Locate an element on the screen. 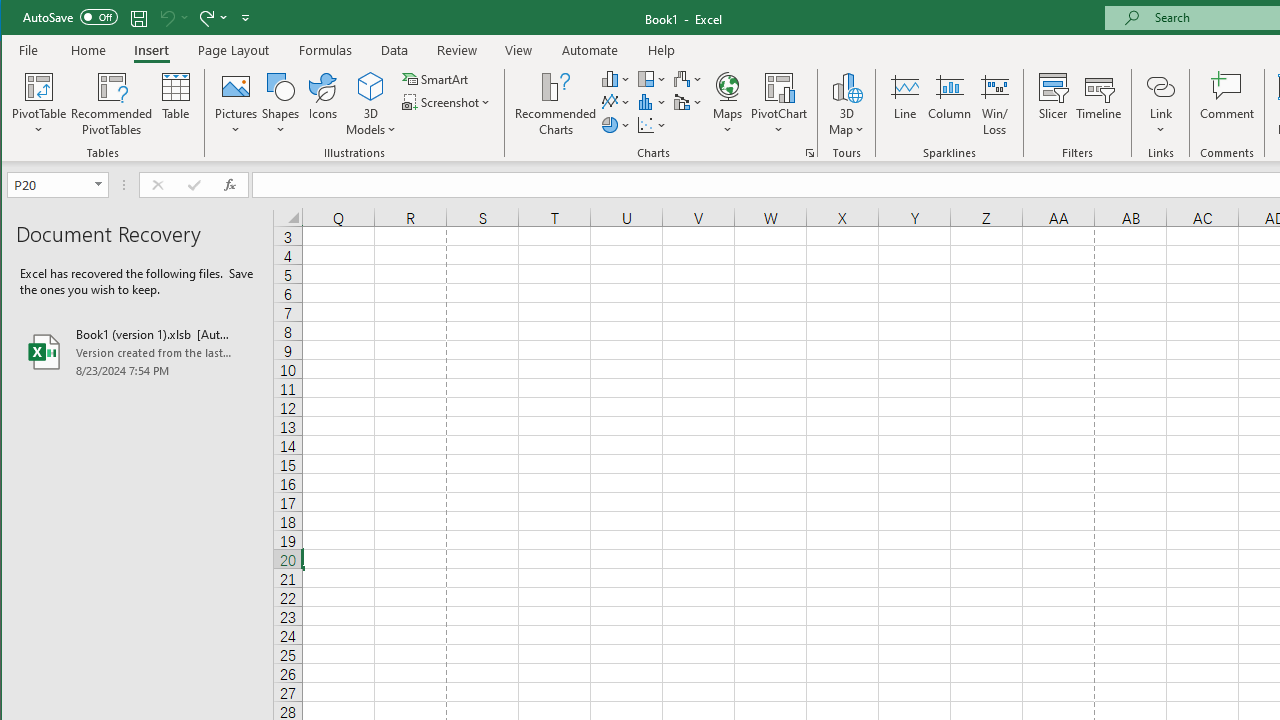  'PivotTable' is located at coordinates (39, 85).